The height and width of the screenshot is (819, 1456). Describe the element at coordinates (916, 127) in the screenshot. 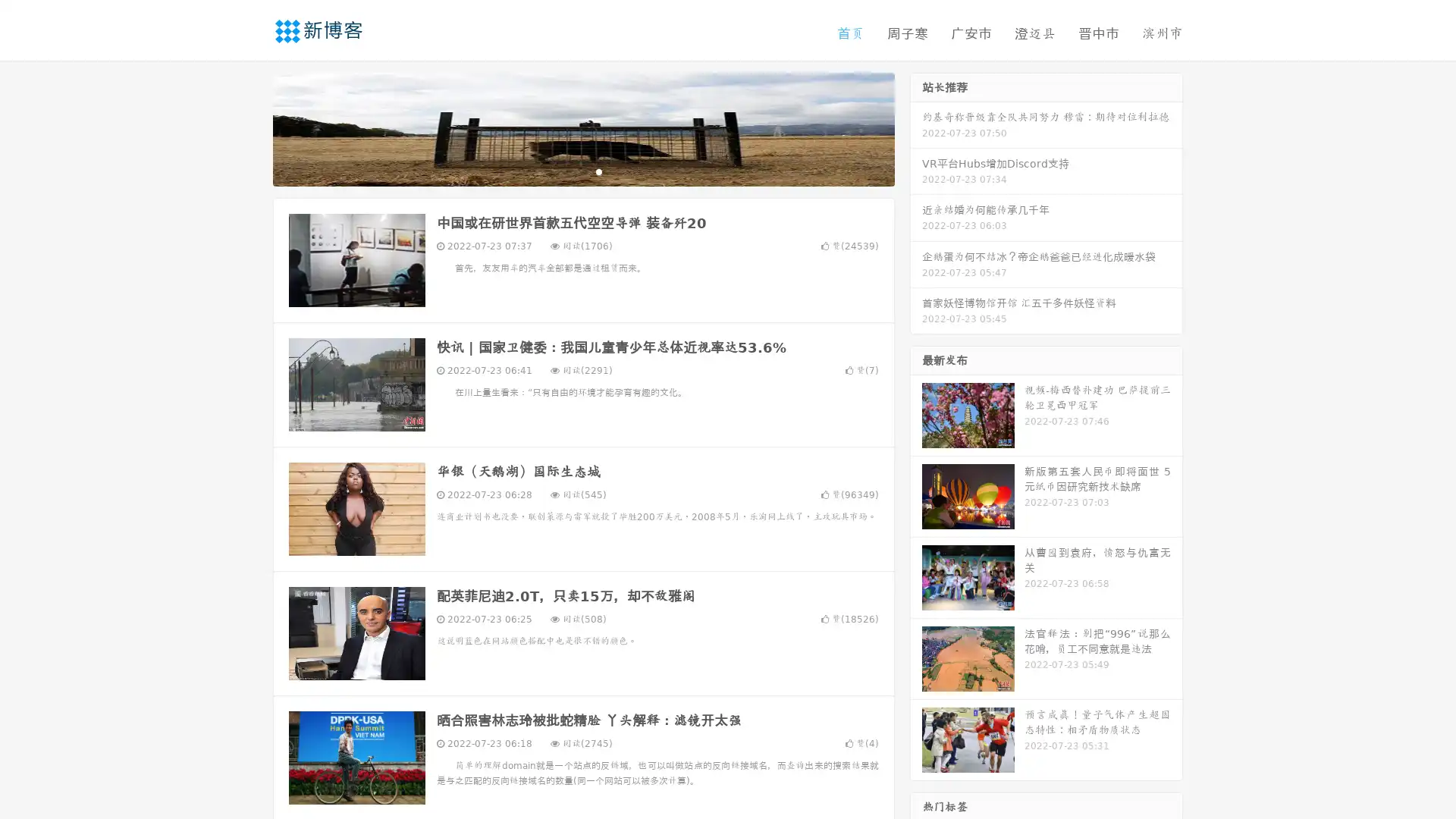

I see `Next slide` at that location.